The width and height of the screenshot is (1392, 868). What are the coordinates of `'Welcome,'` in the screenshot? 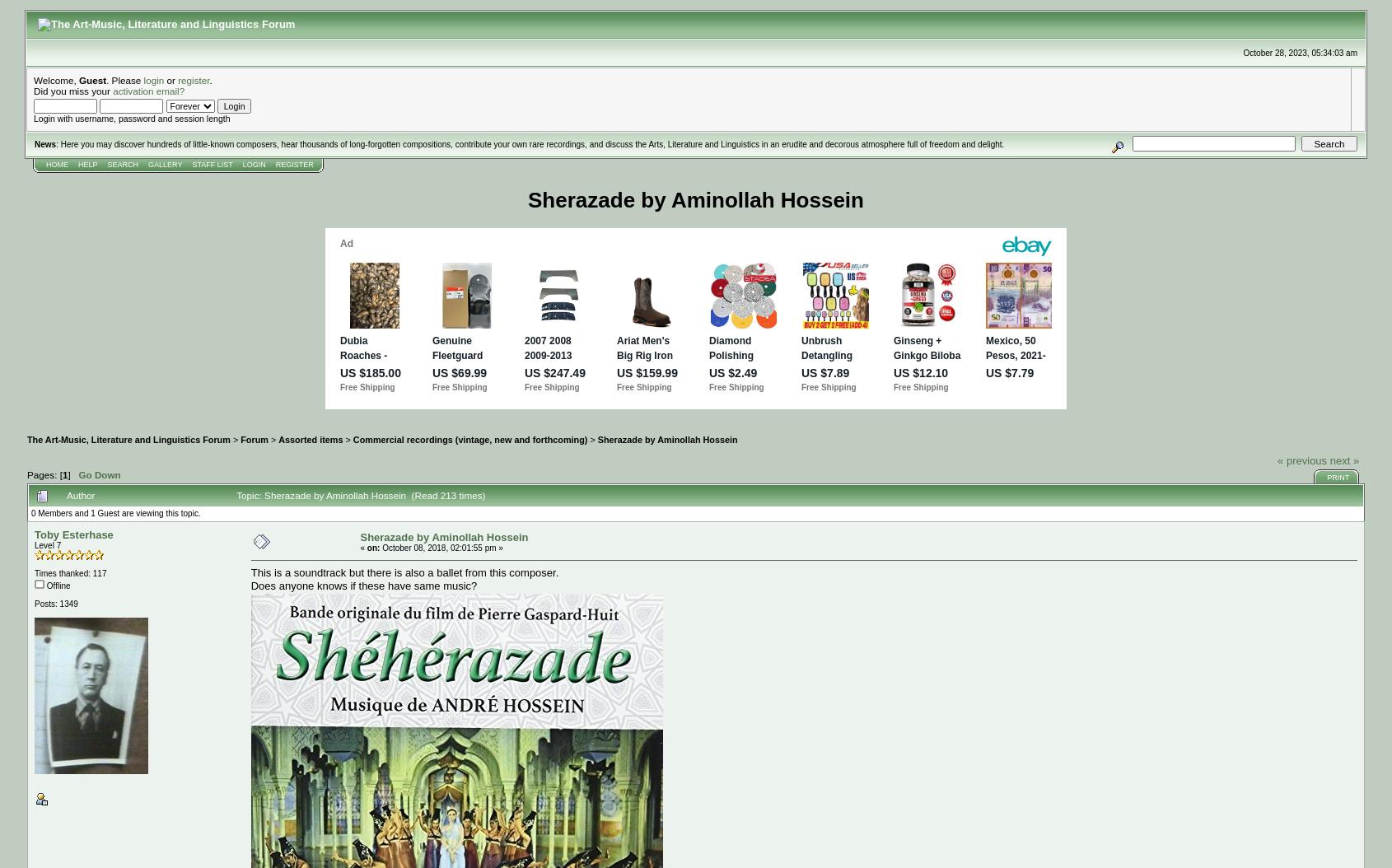 It's located at (55, 79).